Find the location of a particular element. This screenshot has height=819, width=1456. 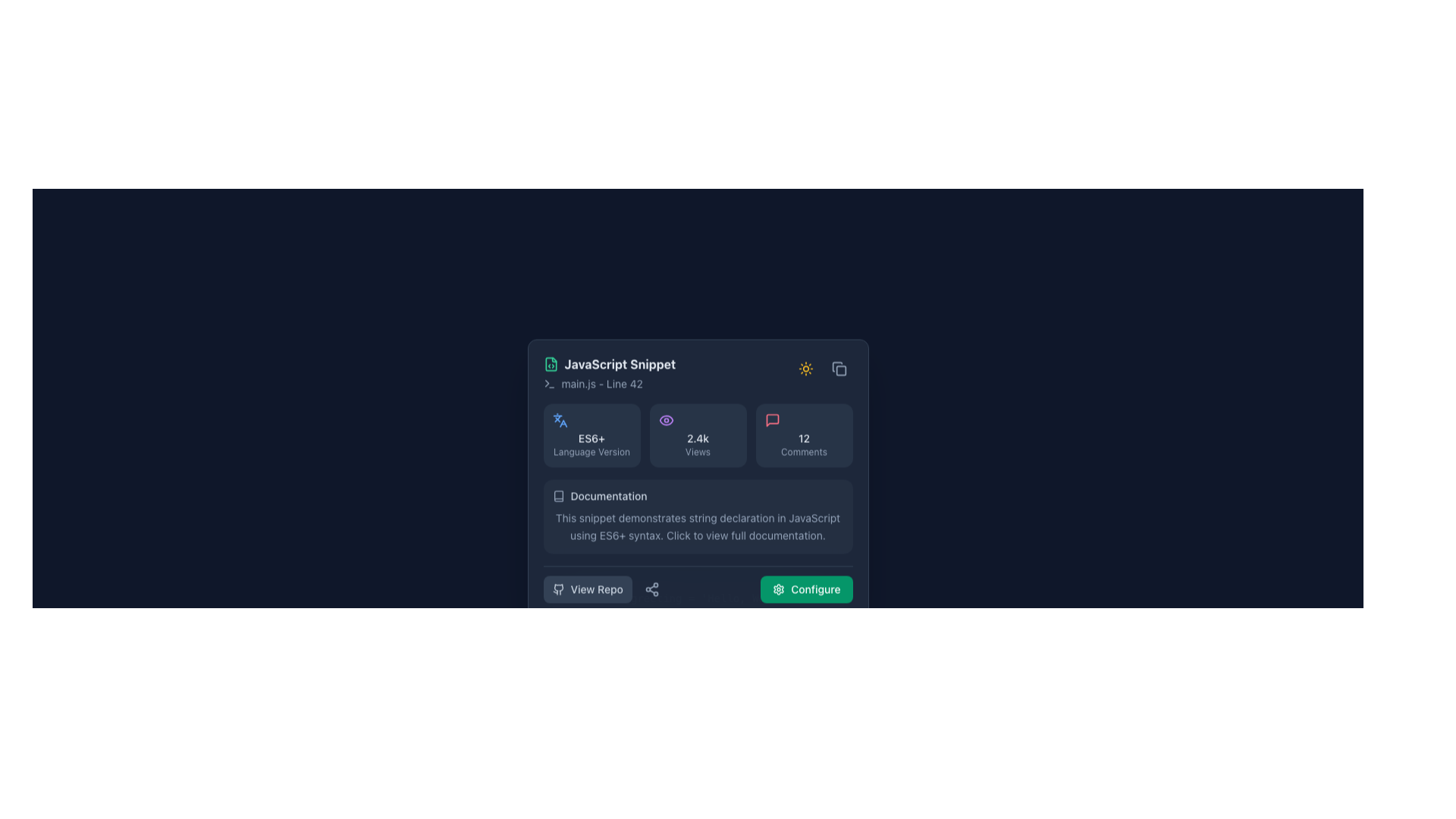

the left button labeled 'View Repo' on the UI control panel located at the bottom of the detailed card interface for the JavaScript snippet is located at coordinates (697, 583).